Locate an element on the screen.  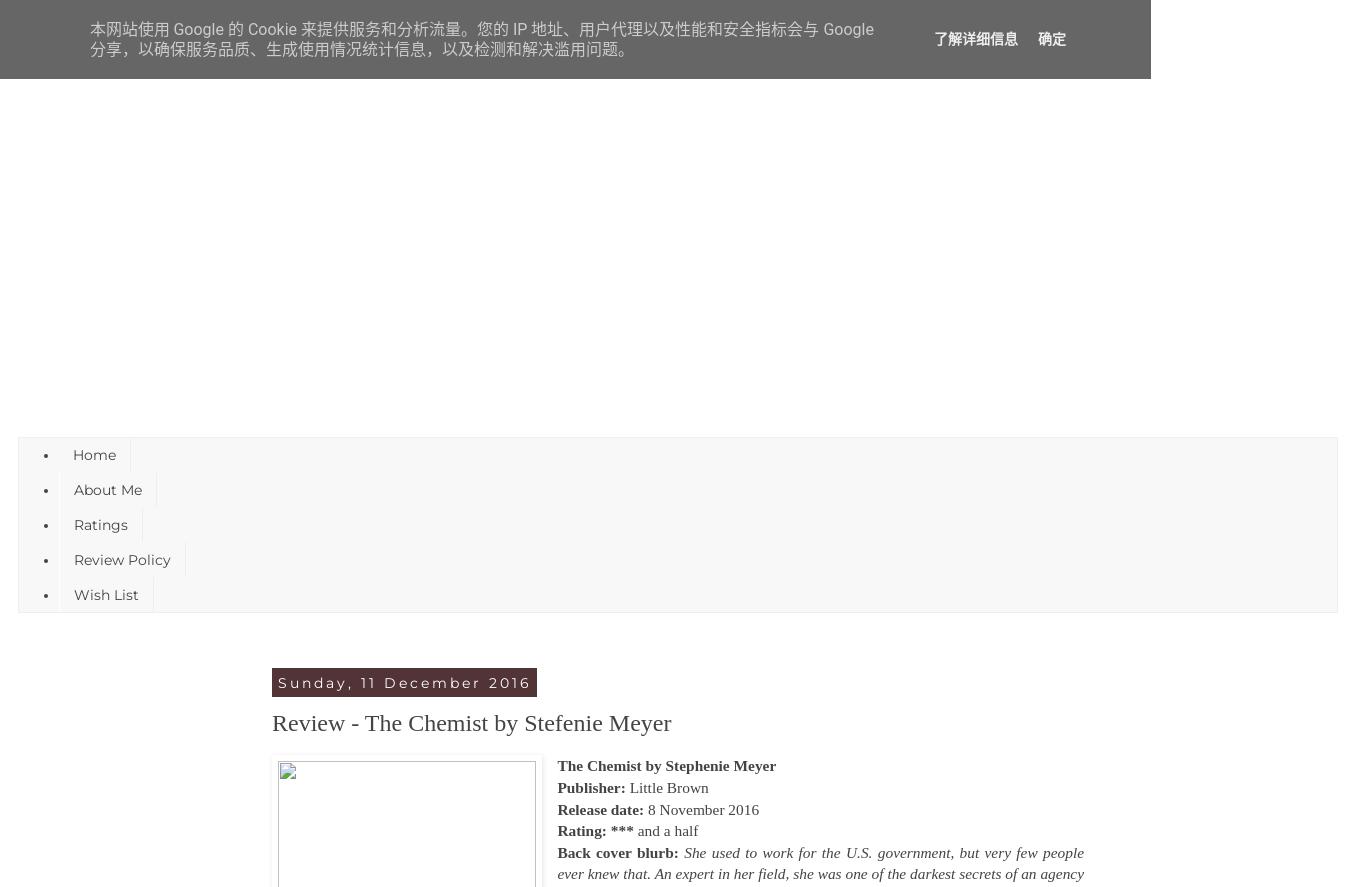
'Little Brown' is located at coordinates (628, 785).